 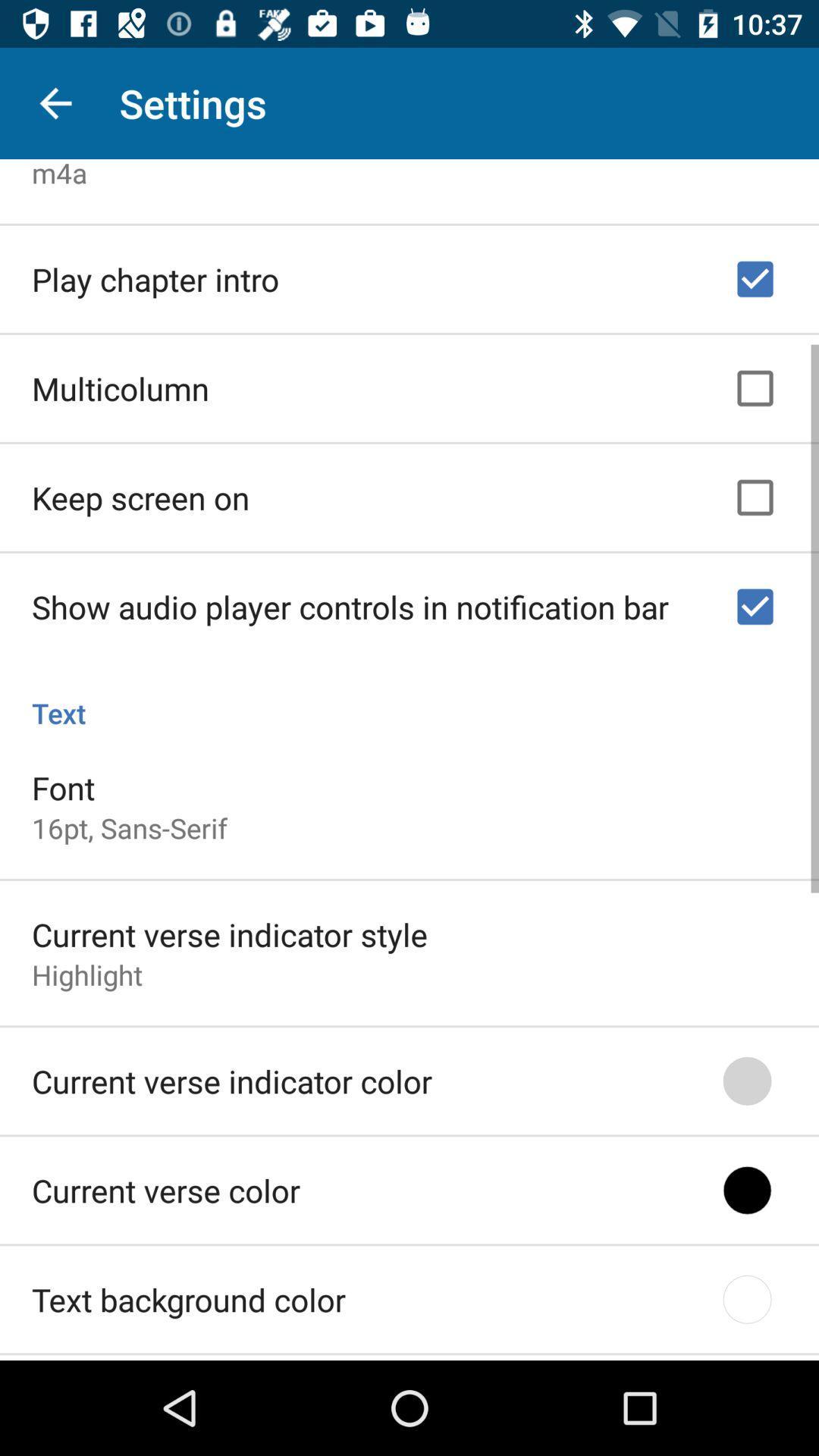 I want to click on the icon below play chapter intro, so click(x=119, y=384).